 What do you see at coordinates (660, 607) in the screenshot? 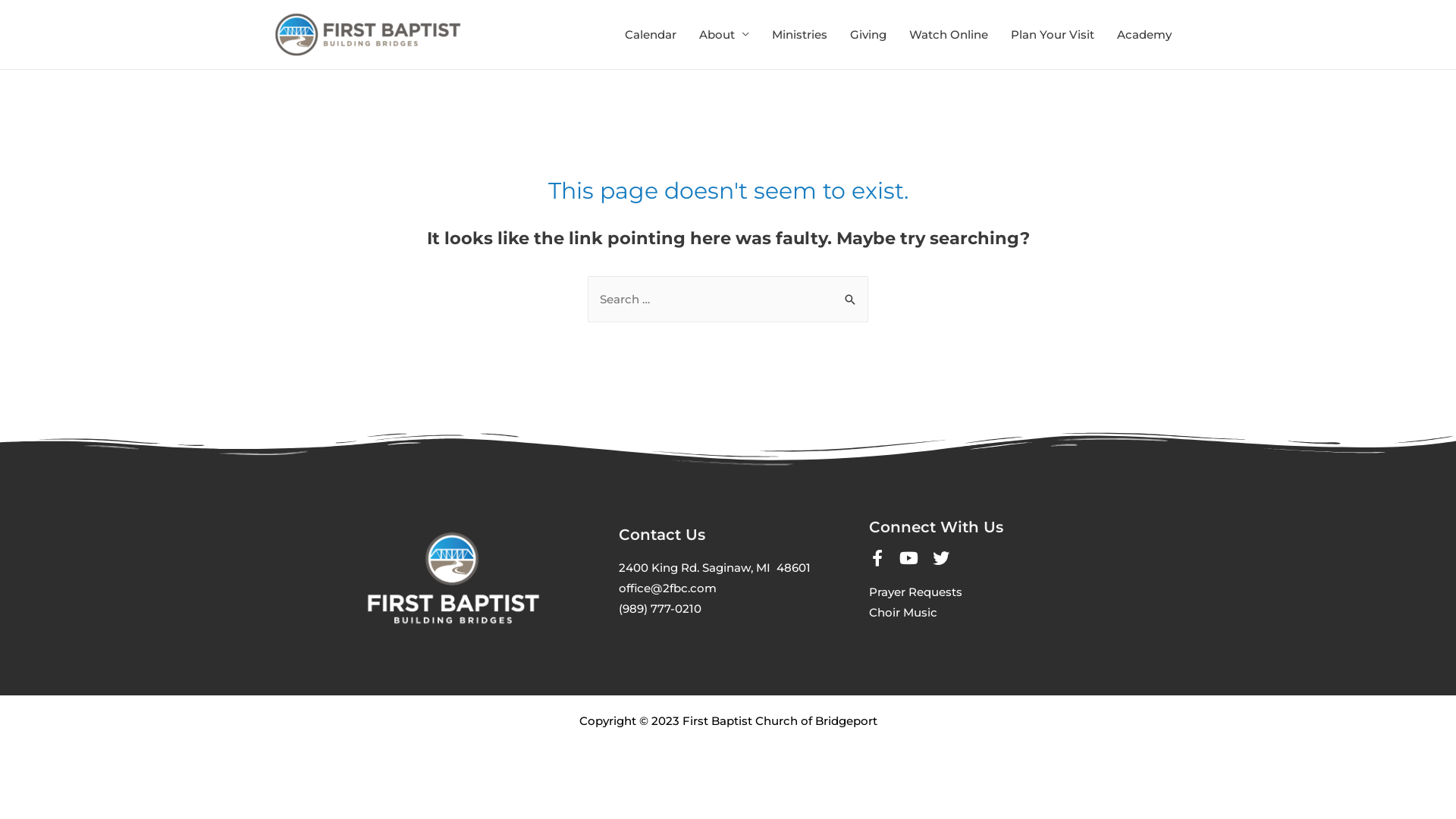
I see `'(989) 777-0210'` at bounding box center [660, 607].